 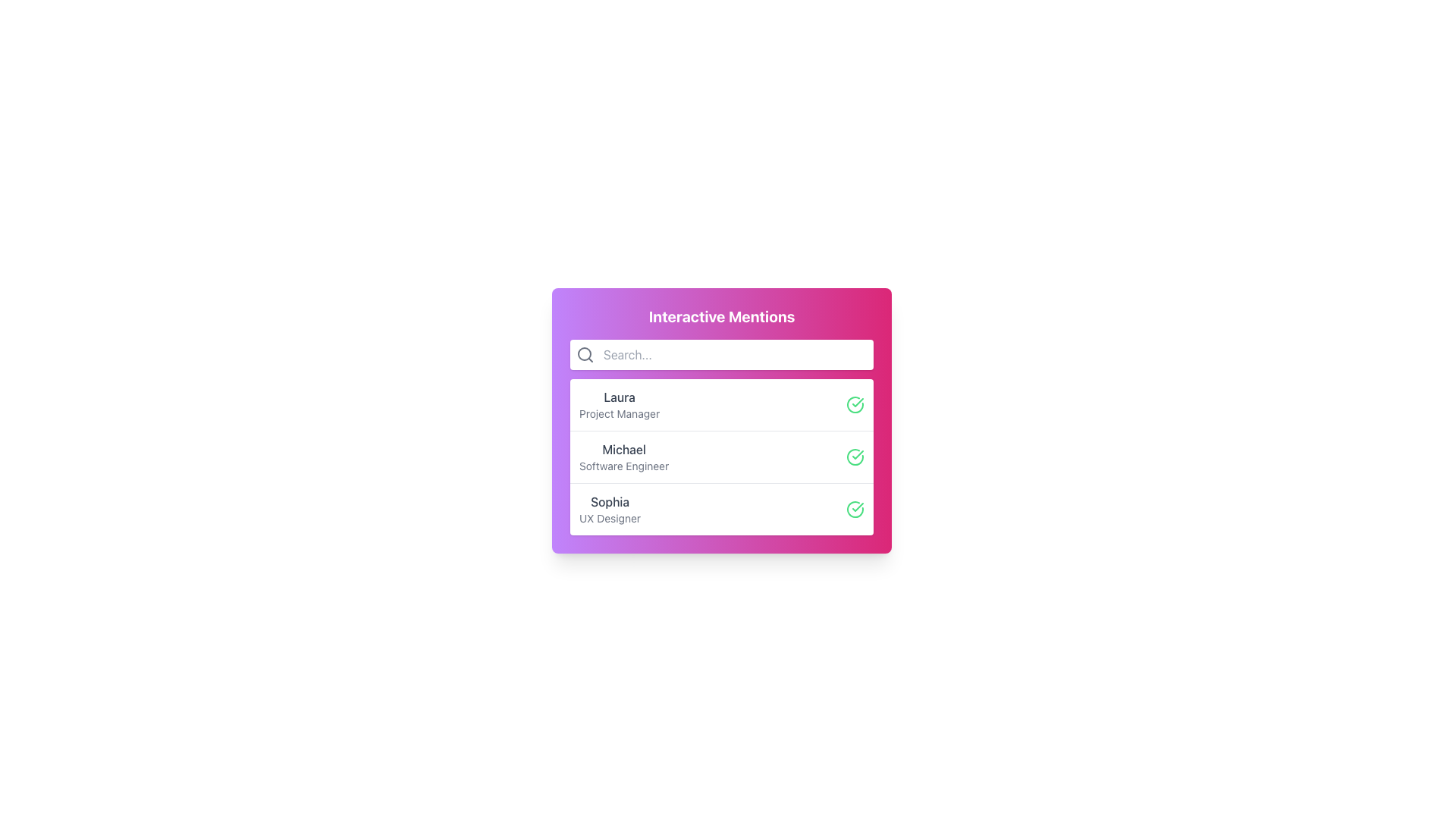 I want to click on the second list item representing an individual and their role, which is located between 'Laura' and 'Sophia' in a vertical list, so click(x=720, y=456).